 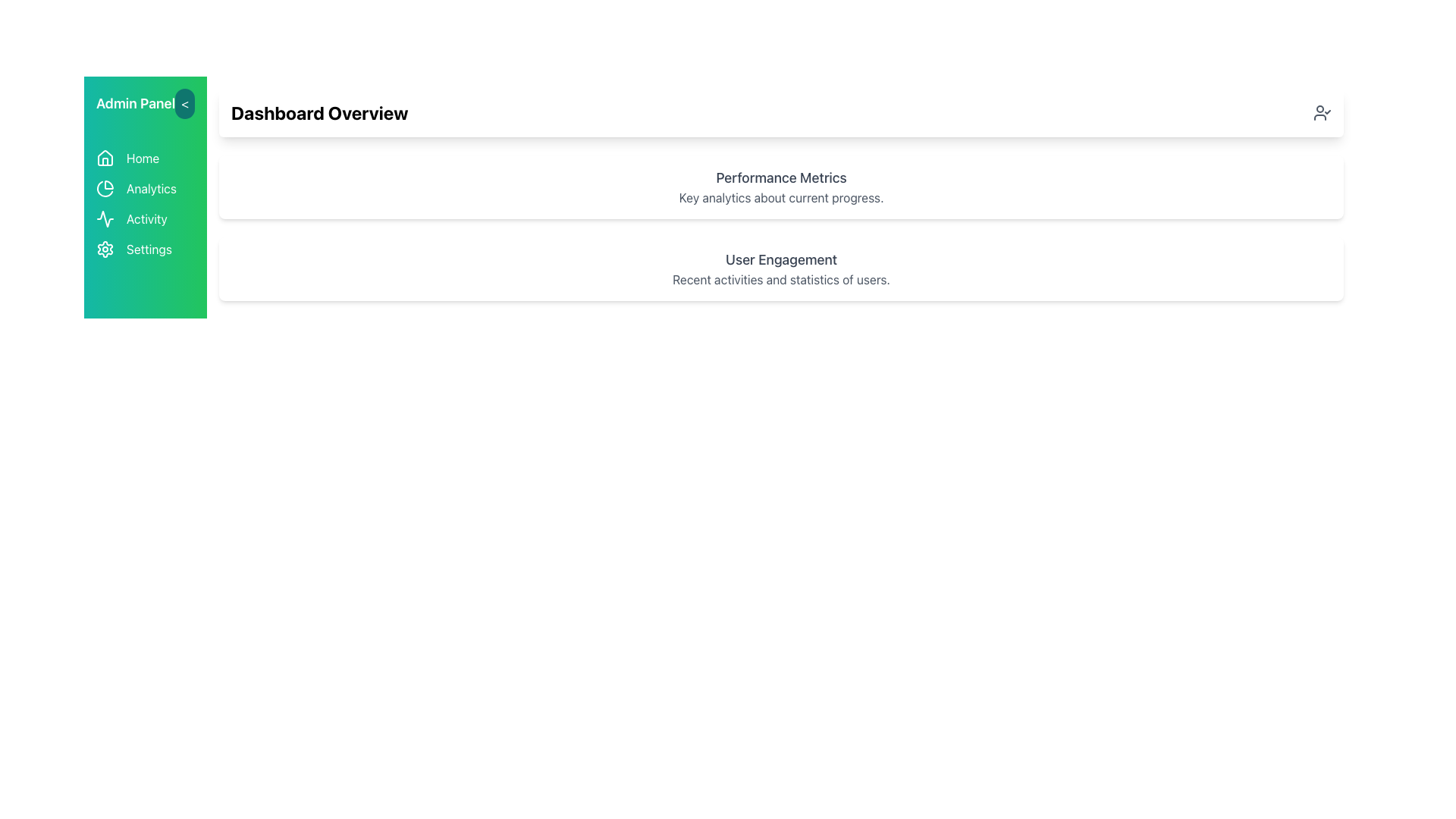 I want to click on the house-shaped icon in the vertical sidebar menu, which is styled with white lines on a green background and positioned above the 'Home' label, so click(x=105, y=158).